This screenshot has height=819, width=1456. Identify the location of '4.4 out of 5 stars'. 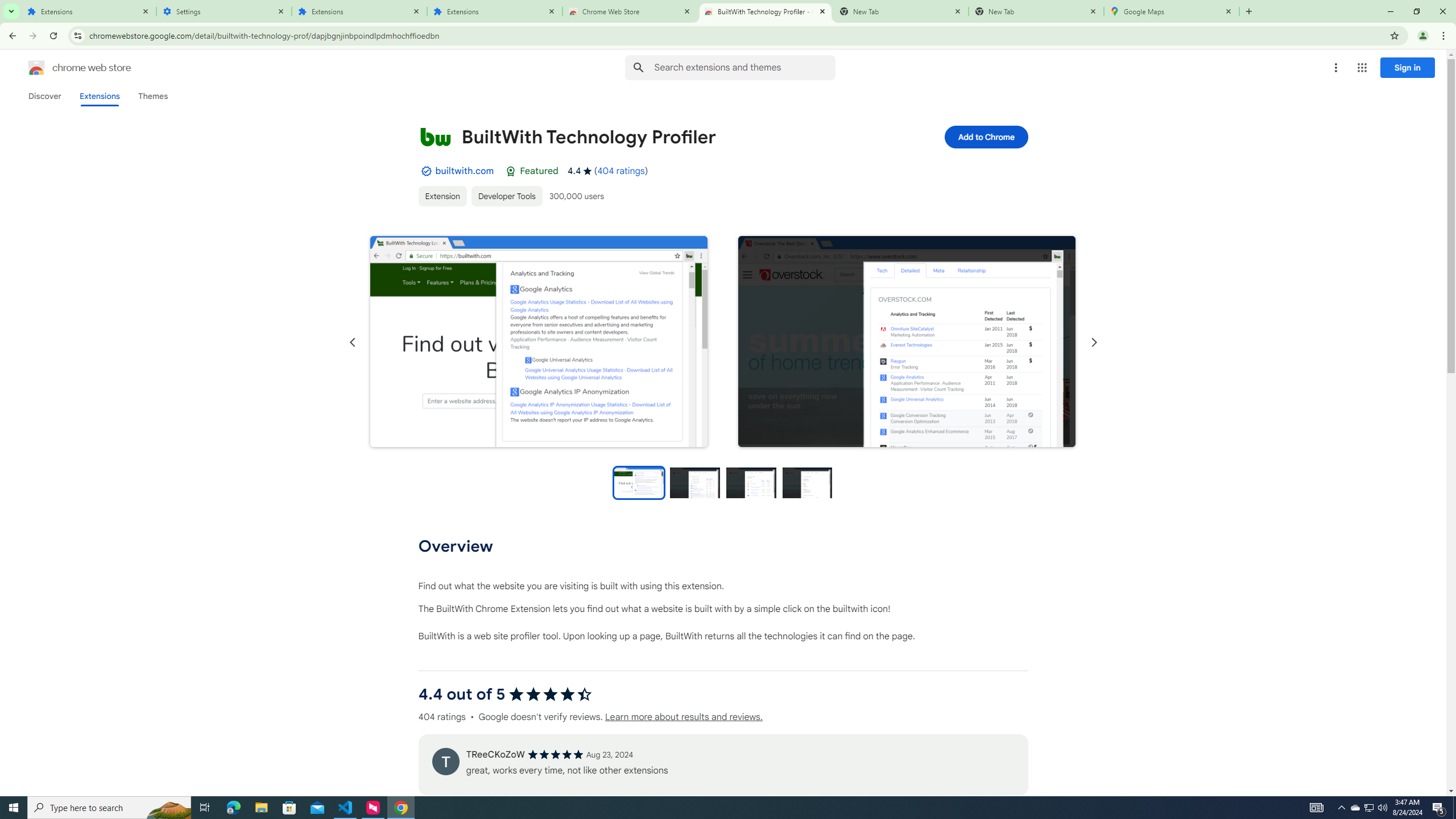
(549, 693).